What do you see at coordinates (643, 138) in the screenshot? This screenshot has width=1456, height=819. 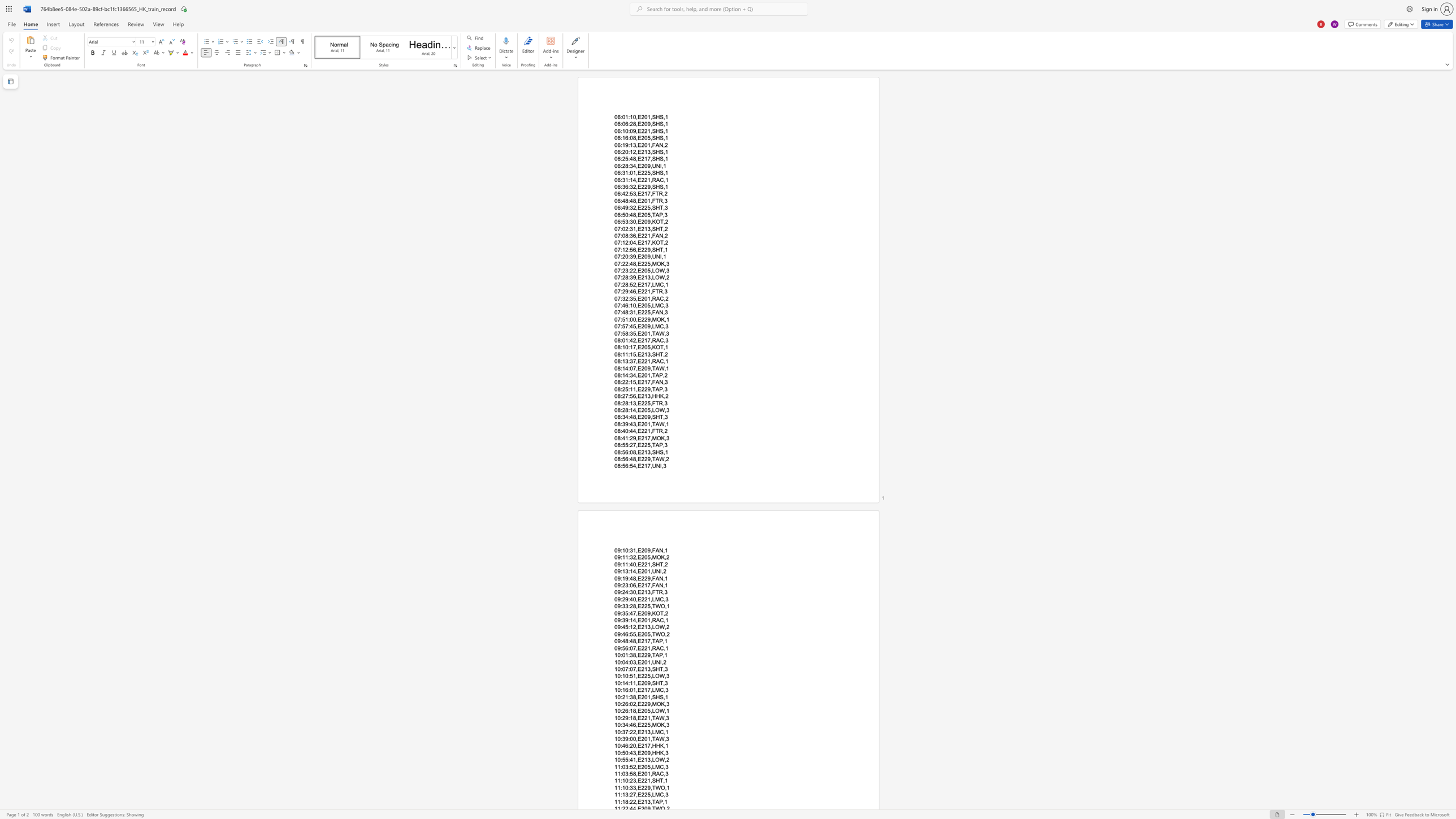 I see `the space between the continuous character "2" and "0" in the text` at bounding box center [643, 138].